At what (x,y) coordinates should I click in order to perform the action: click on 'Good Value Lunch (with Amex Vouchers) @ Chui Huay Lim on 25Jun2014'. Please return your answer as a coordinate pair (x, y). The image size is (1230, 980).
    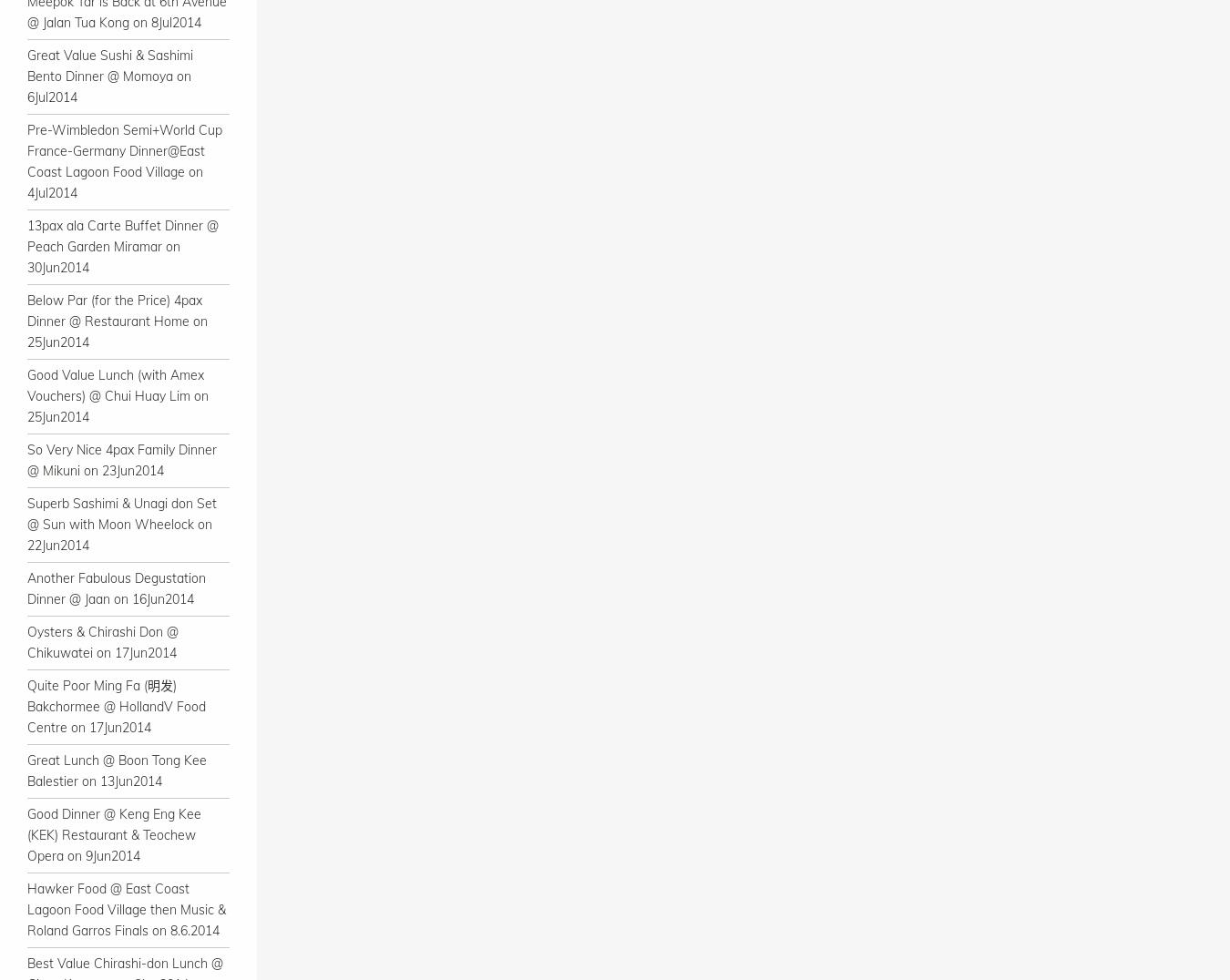
    Looking at the image, I should click on (118, 396).